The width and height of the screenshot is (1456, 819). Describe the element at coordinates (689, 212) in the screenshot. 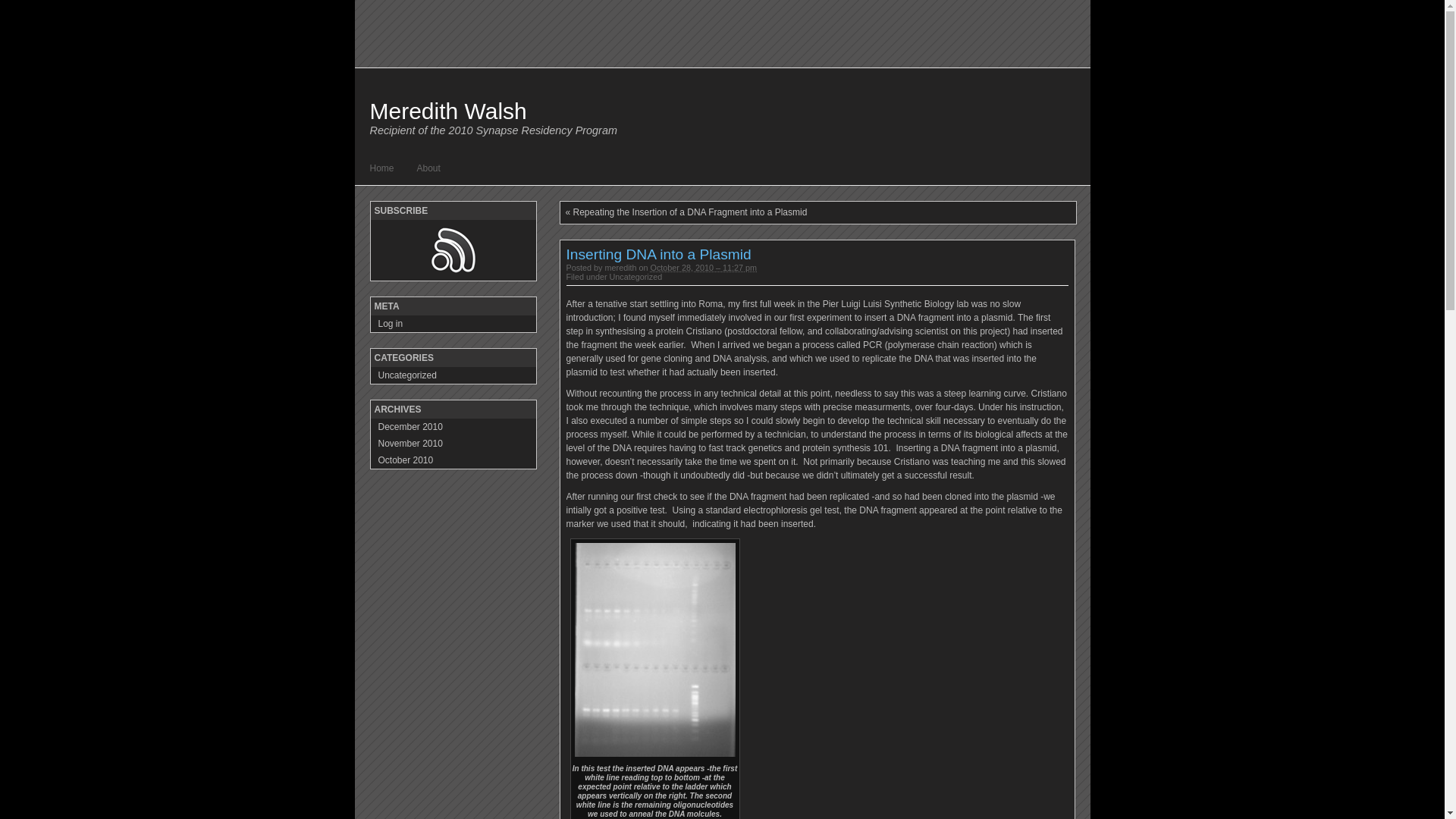

I see `'Repeating the Insertion of a DNA Fragment into a Plasmid'` at that location.